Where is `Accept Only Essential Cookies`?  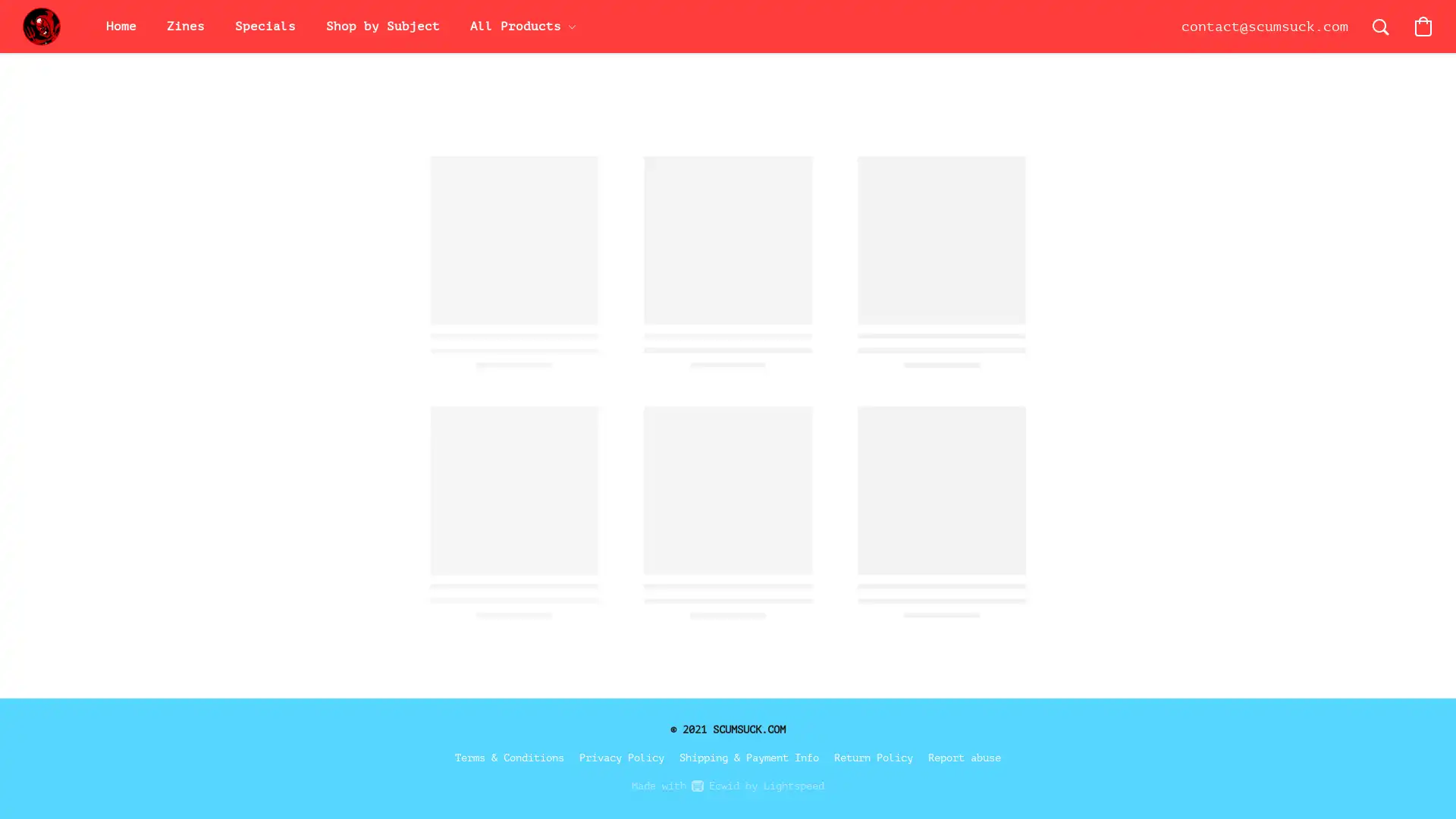
Accept Only Essential Cookies is located at coordinates (1241, 540).